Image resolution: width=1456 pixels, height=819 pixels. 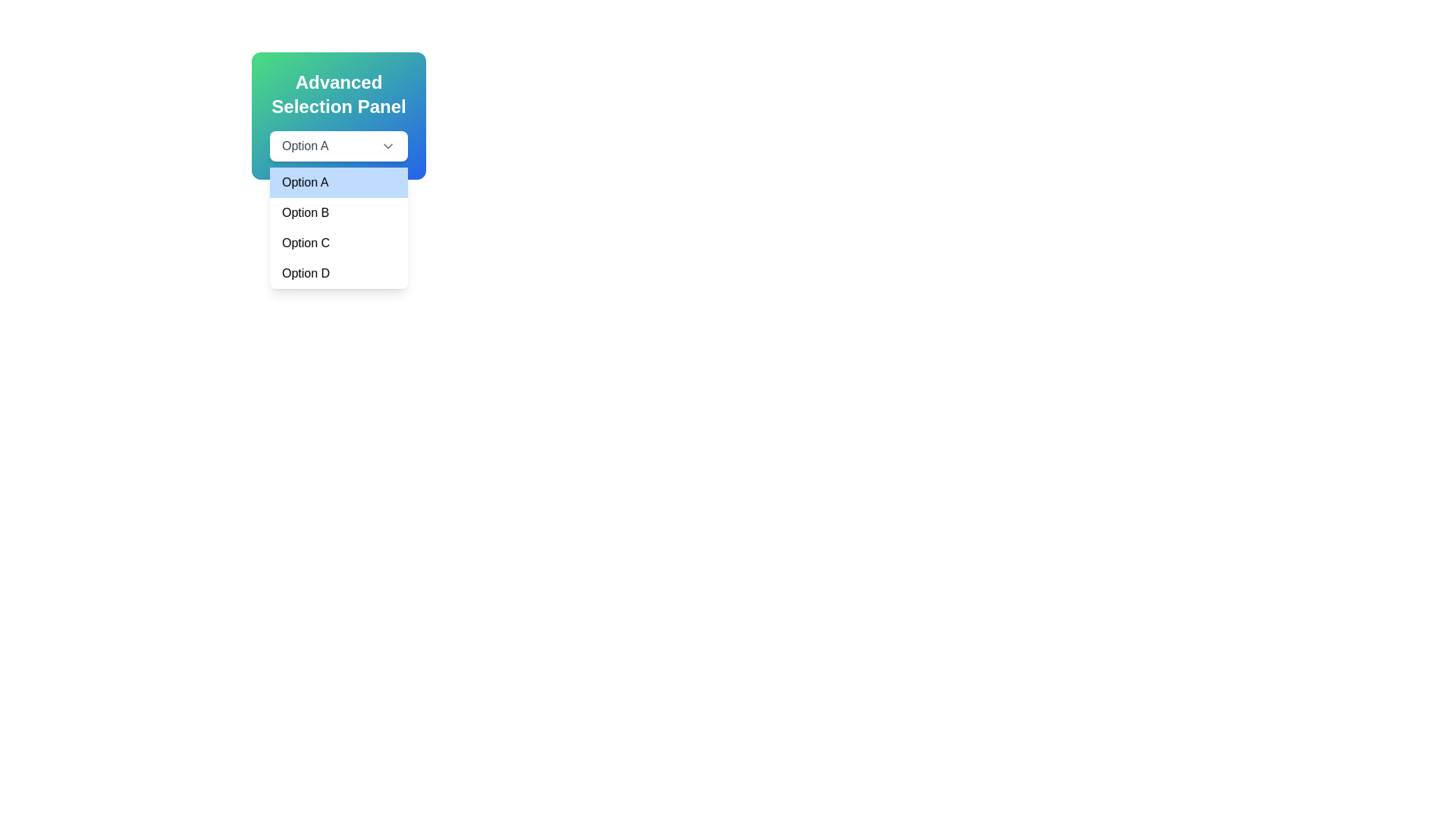 I want to click on the first option 'Option A' in the dropdown menu located below the 'Advanced Selection Panel', so click(x=337, y=181).